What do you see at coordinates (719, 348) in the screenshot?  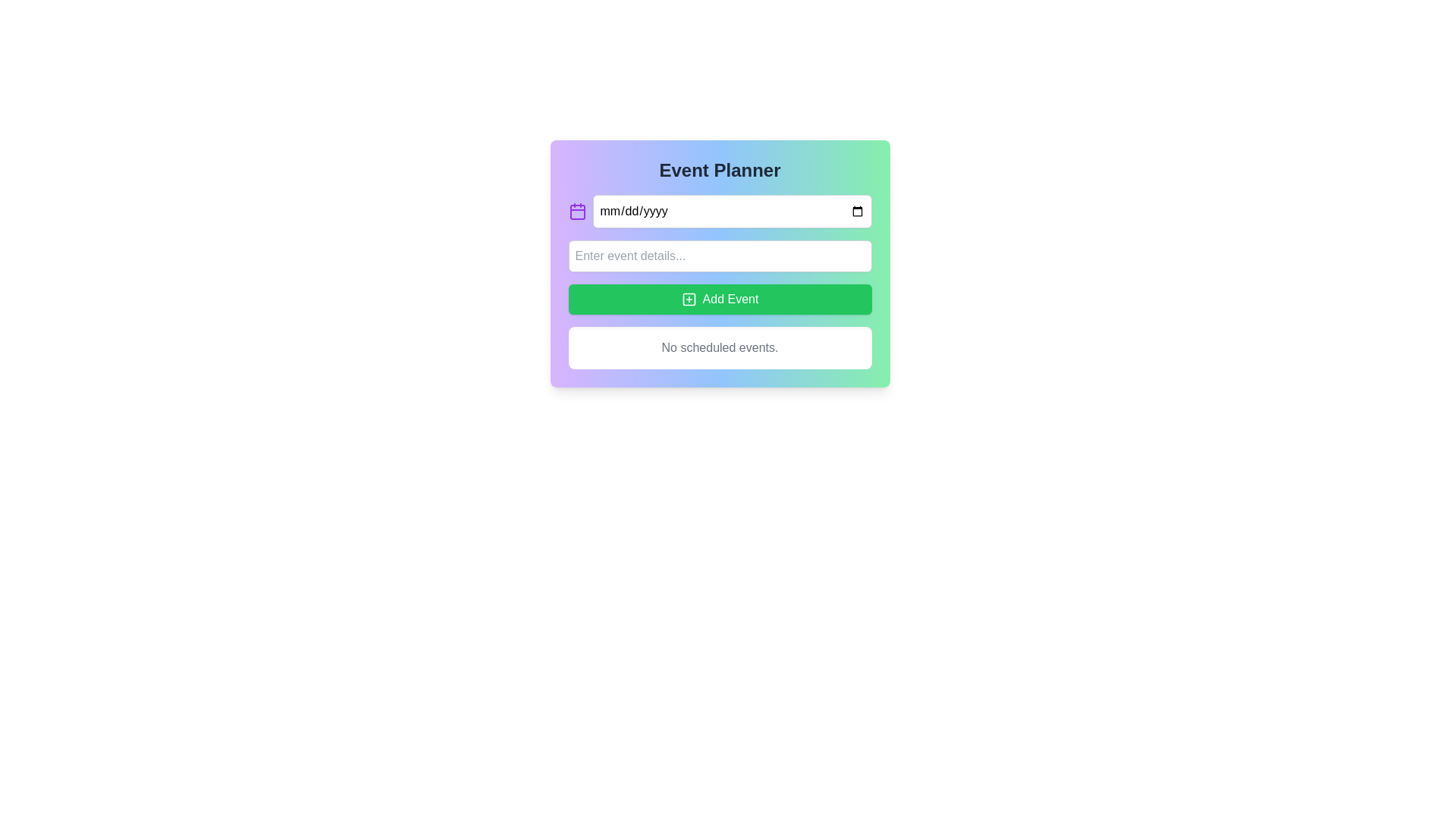 I see `the Static Text Display that shows 'No scheduled events.' located below the 'Add Event' button` at bounding box center [719, 348].